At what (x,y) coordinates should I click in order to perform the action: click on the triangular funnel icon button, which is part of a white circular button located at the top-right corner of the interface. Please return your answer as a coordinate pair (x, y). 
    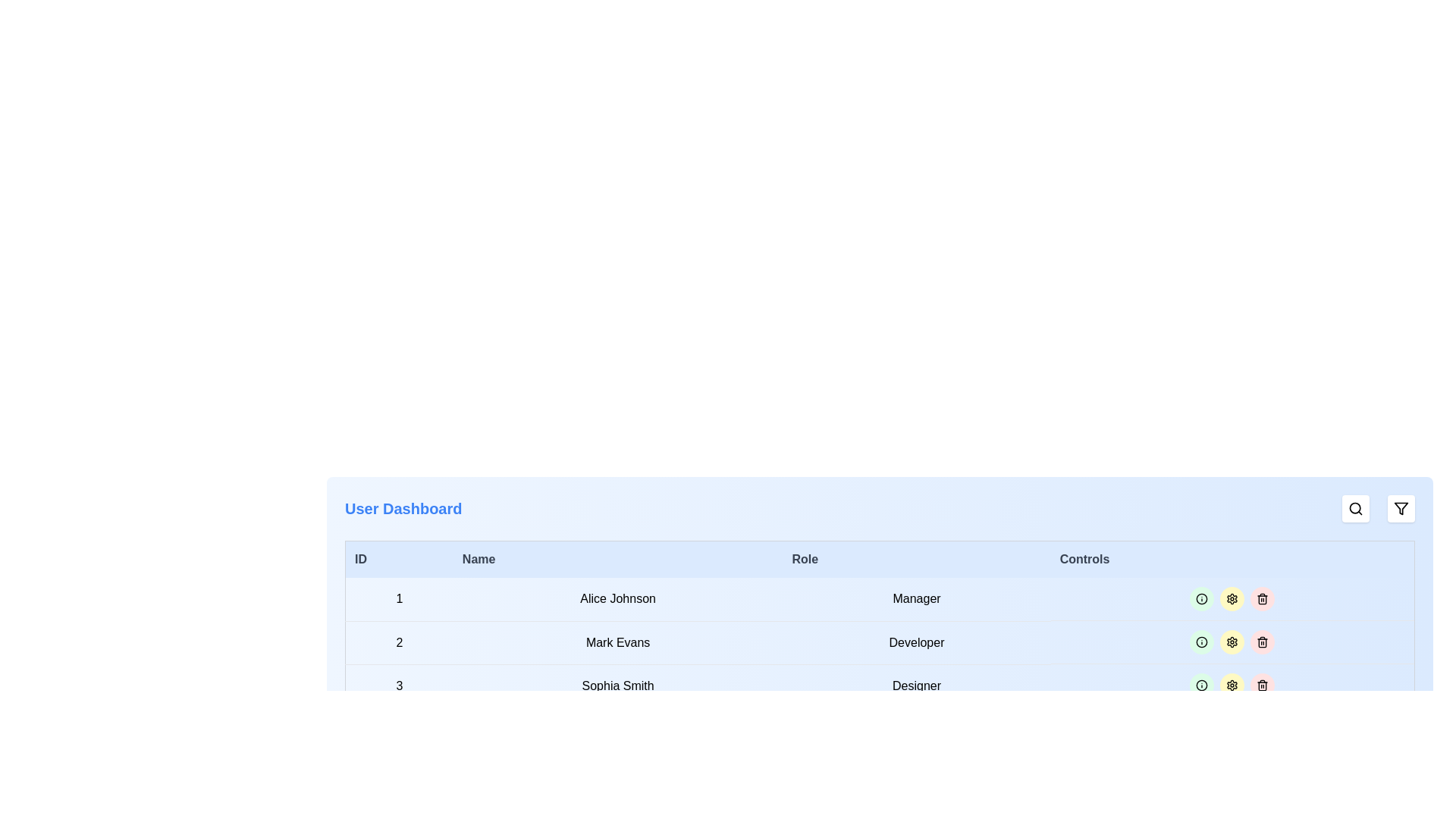
    Looking at the image, I should click on (1401, 509).